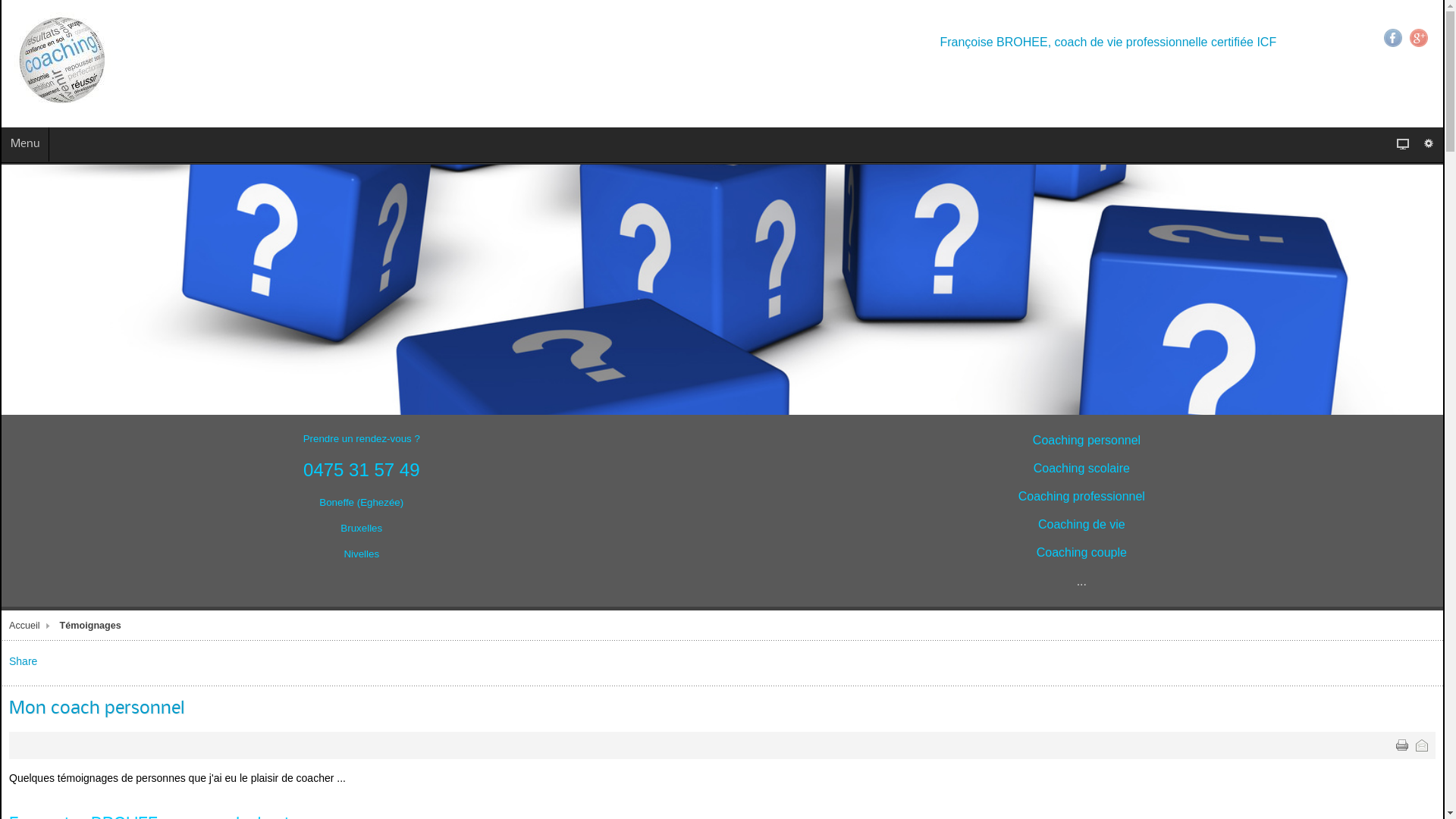 Image resolution: width=1456 pixels, height=819 pixels. I want to click on ' ', so click(1421, 745).